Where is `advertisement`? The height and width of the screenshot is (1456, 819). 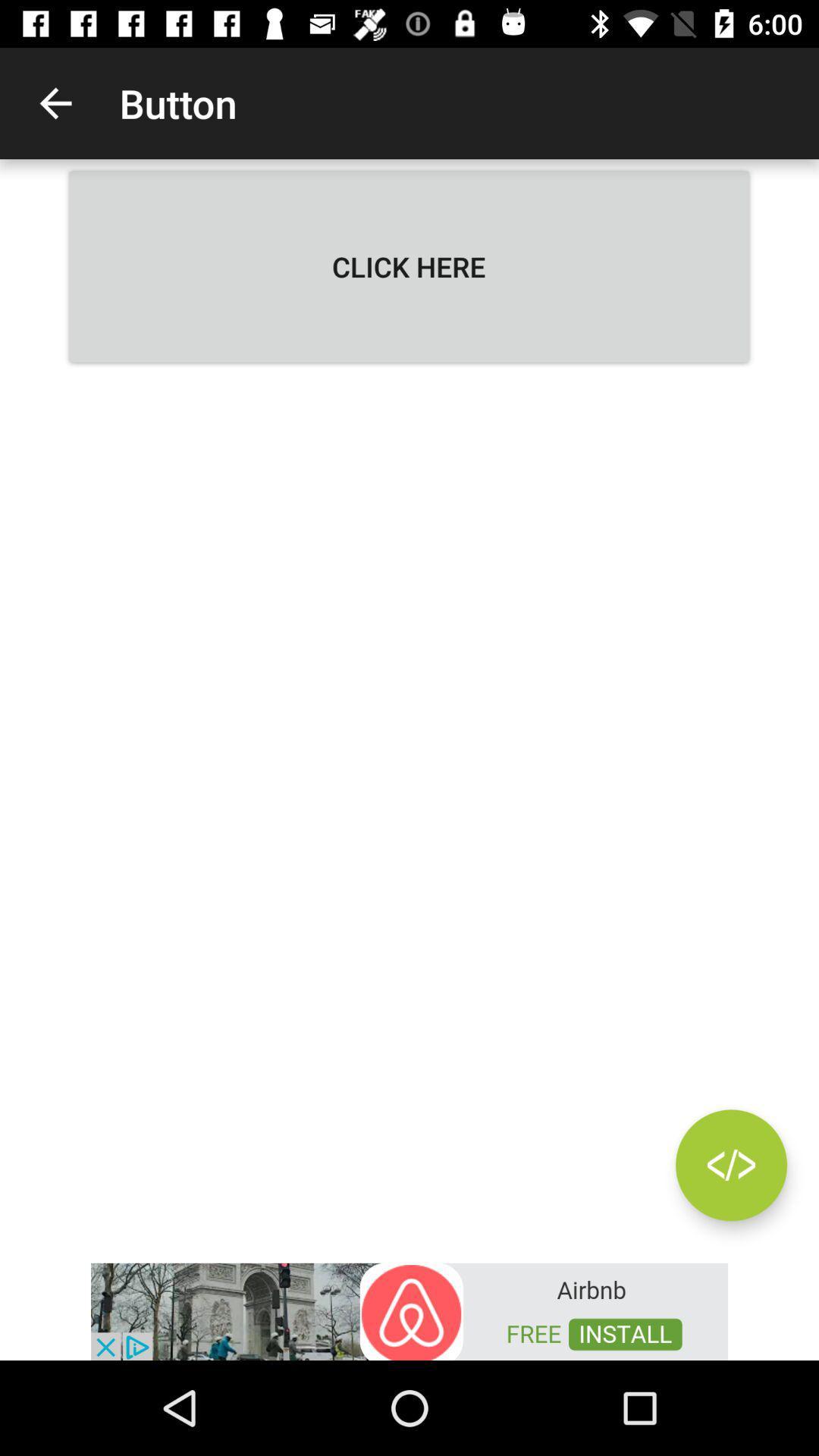
advertisement is located at coordinates (409, 1310).